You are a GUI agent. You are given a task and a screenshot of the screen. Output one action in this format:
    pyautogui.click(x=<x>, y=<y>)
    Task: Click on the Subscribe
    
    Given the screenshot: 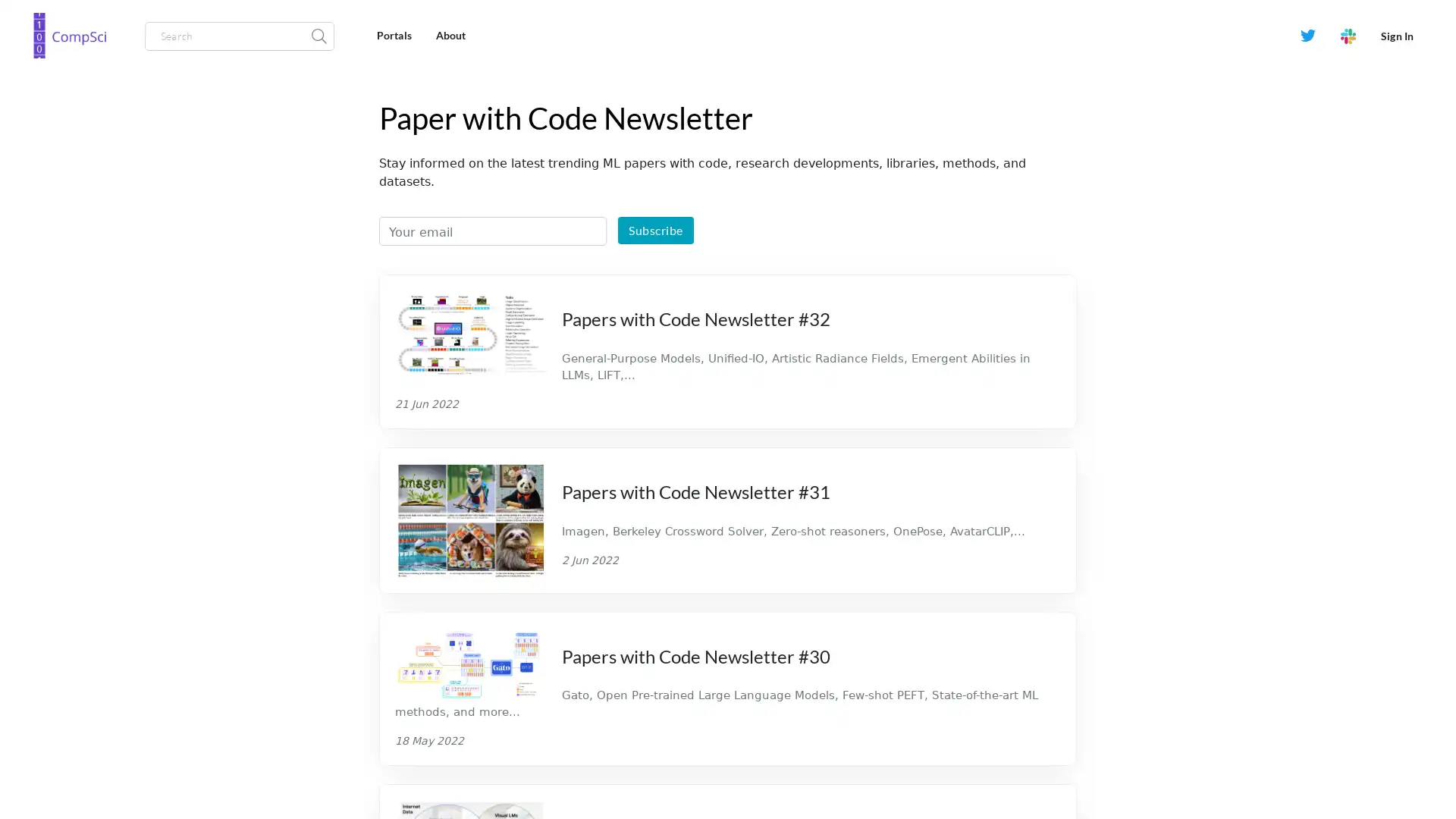 What is the action you would take?
    pyautogui.click(x=655, y=231)
    